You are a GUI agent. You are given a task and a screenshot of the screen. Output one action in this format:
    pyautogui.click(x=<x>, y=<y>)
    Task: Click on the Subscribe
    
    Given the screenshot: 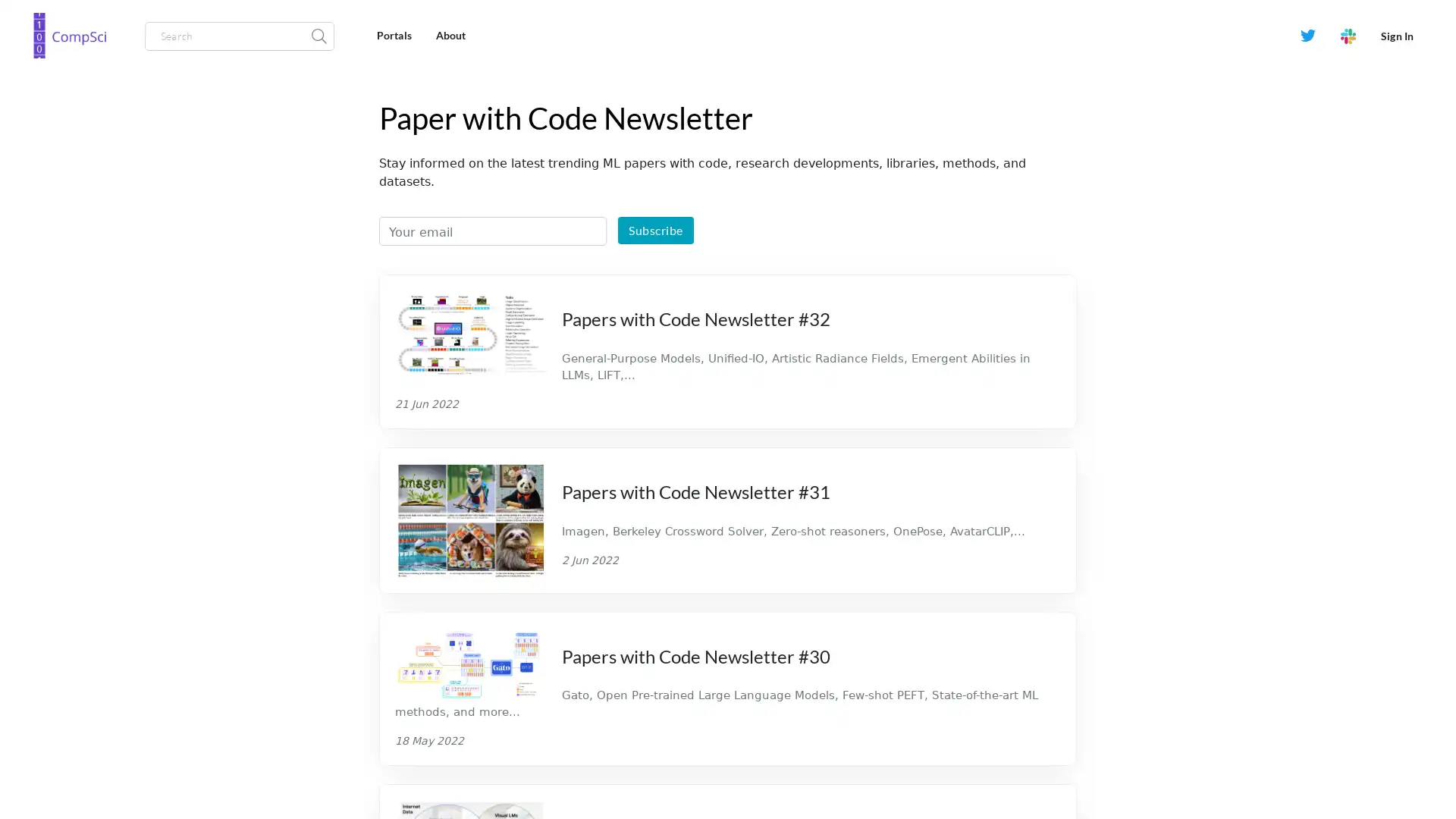 What is the action you would take?
    pyautogui.click(x=655, y=231)
    